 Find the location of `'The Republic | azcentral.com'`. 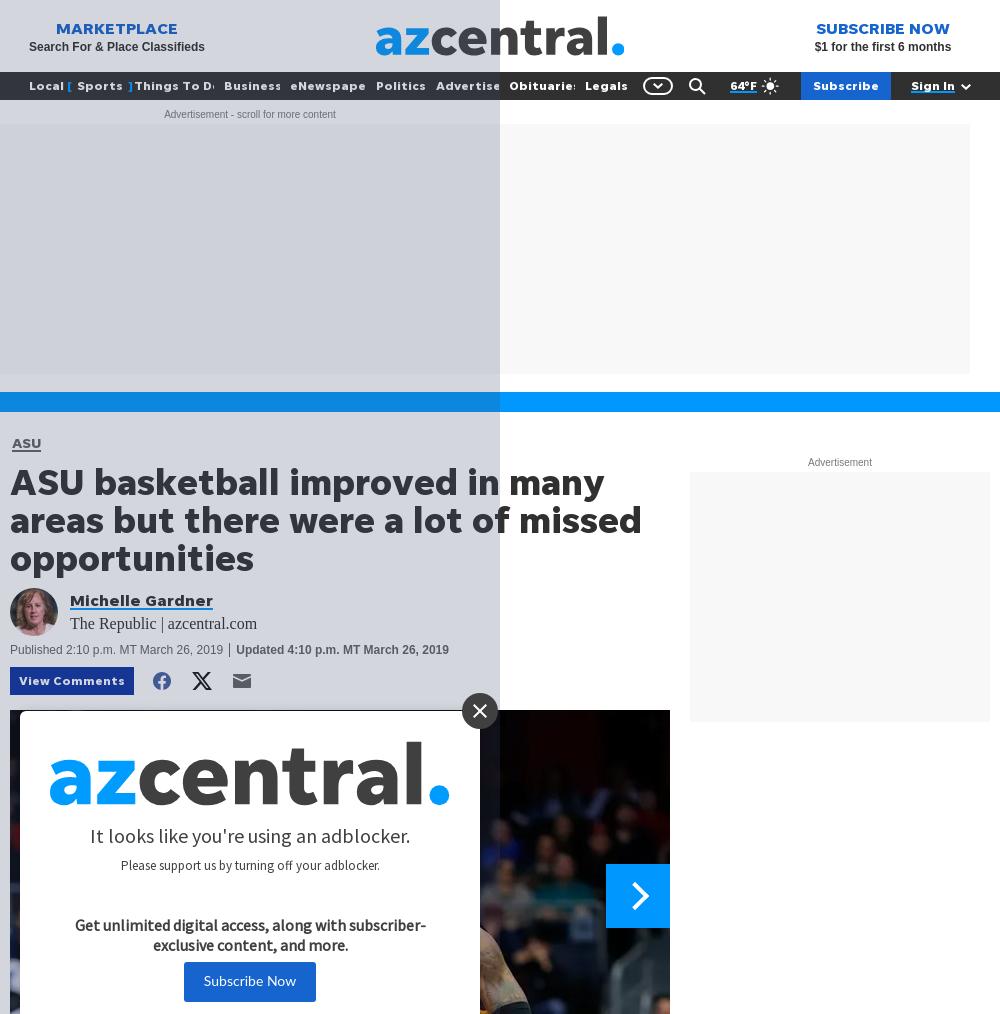

'The Republic | azcentral.com' is located at coordinates (163, 623).